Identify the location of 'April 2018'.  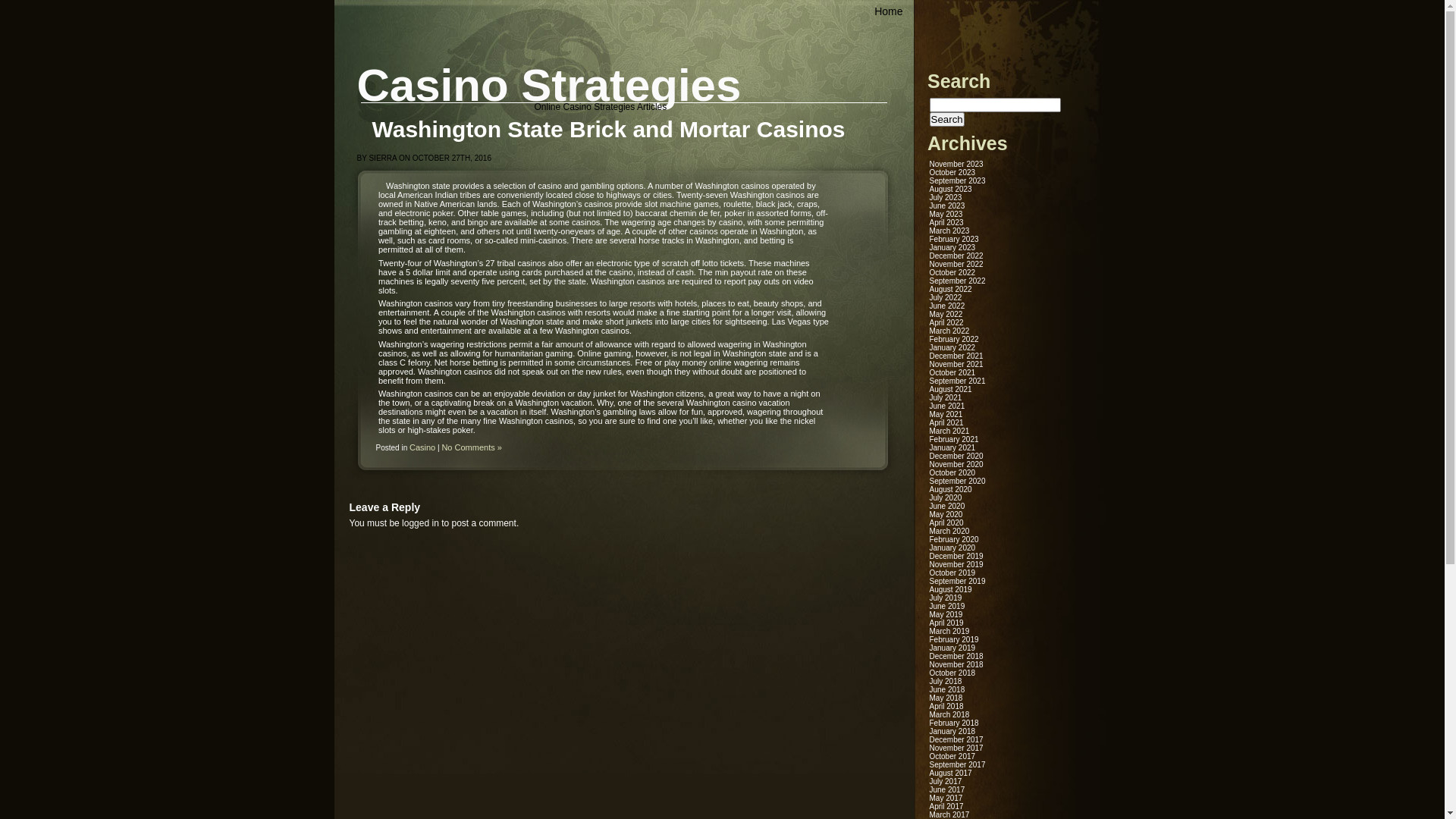
(946, 706).